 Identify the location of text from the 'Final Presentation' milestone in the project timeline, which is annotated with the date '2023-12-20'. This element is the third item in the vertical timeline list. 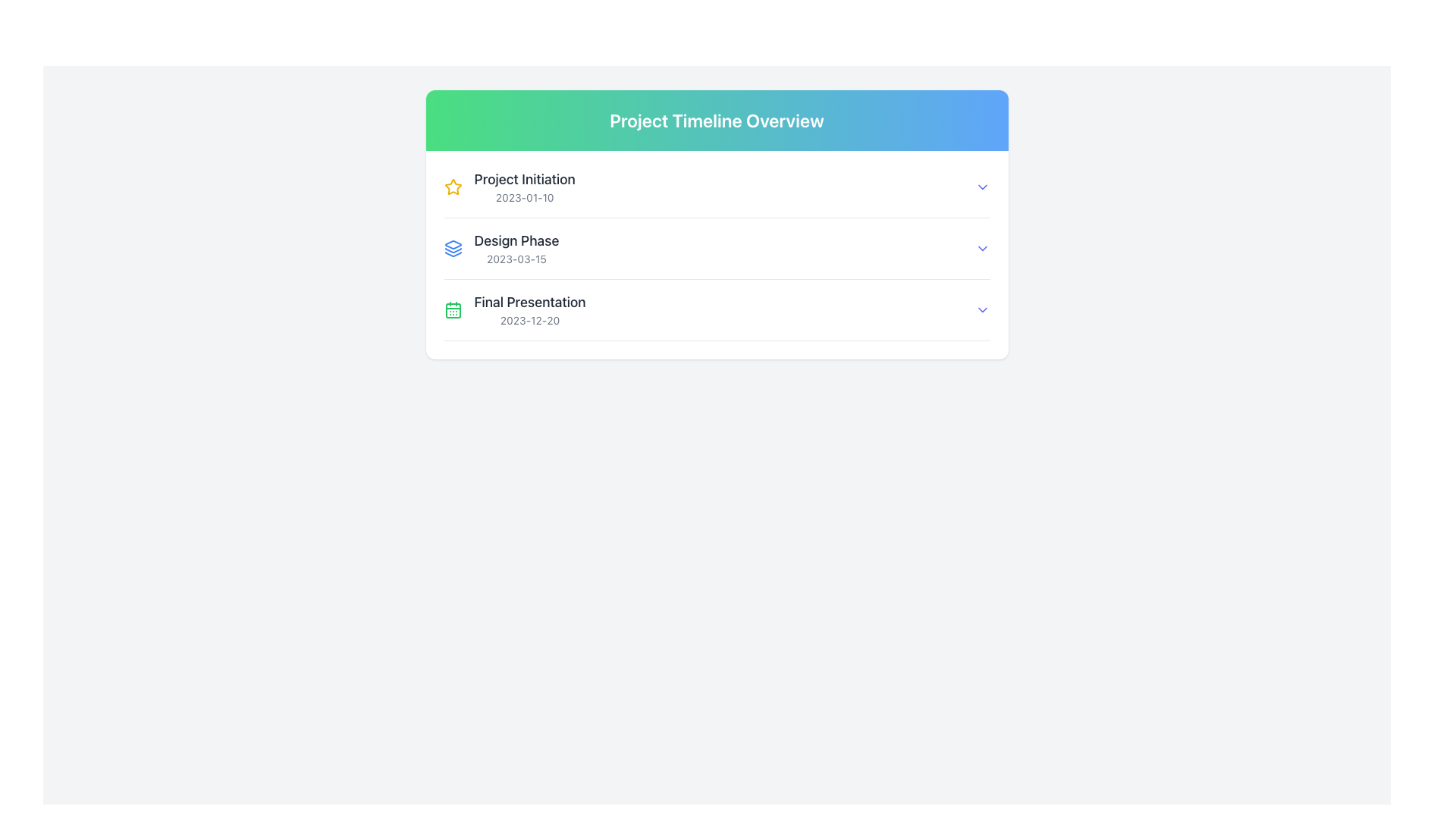
(530, 309).